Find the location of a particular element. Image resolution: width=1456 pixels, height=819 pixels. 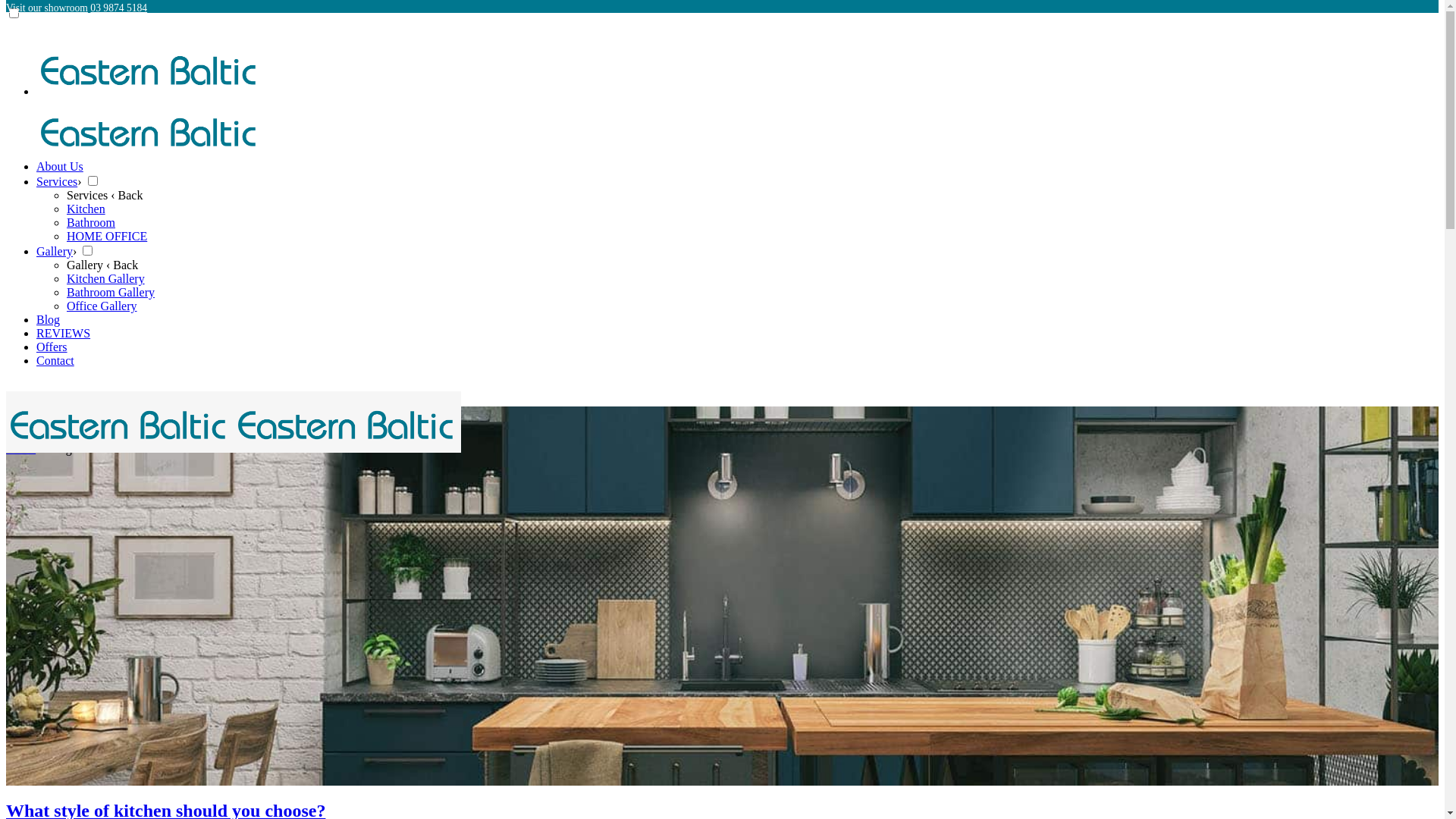

'REVIEWS' is located at coordinates (62, 332).